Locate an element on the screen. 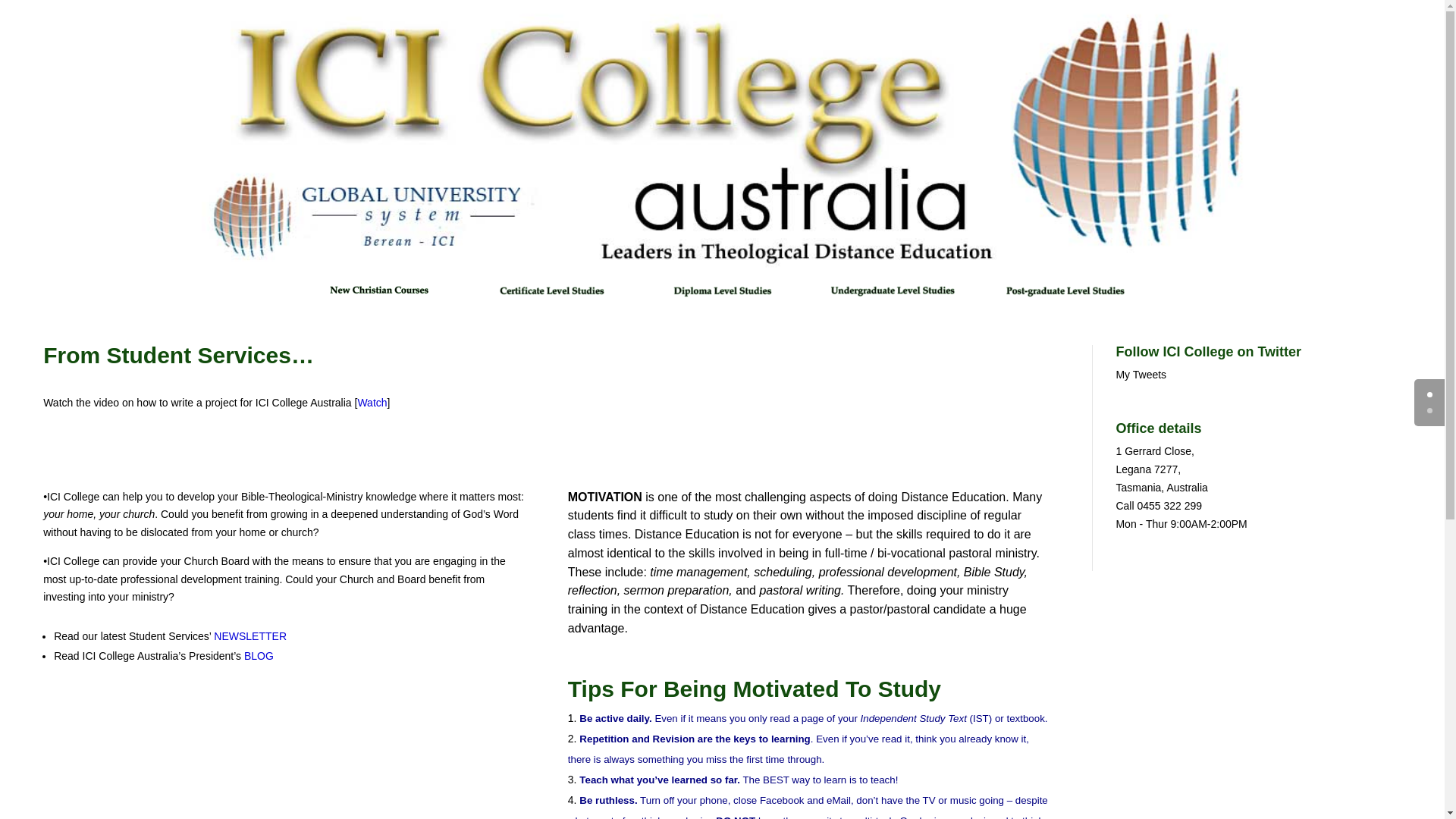 This screenshot has height=819, width=1456. 'Watch' is located at coordinates (356, 402).